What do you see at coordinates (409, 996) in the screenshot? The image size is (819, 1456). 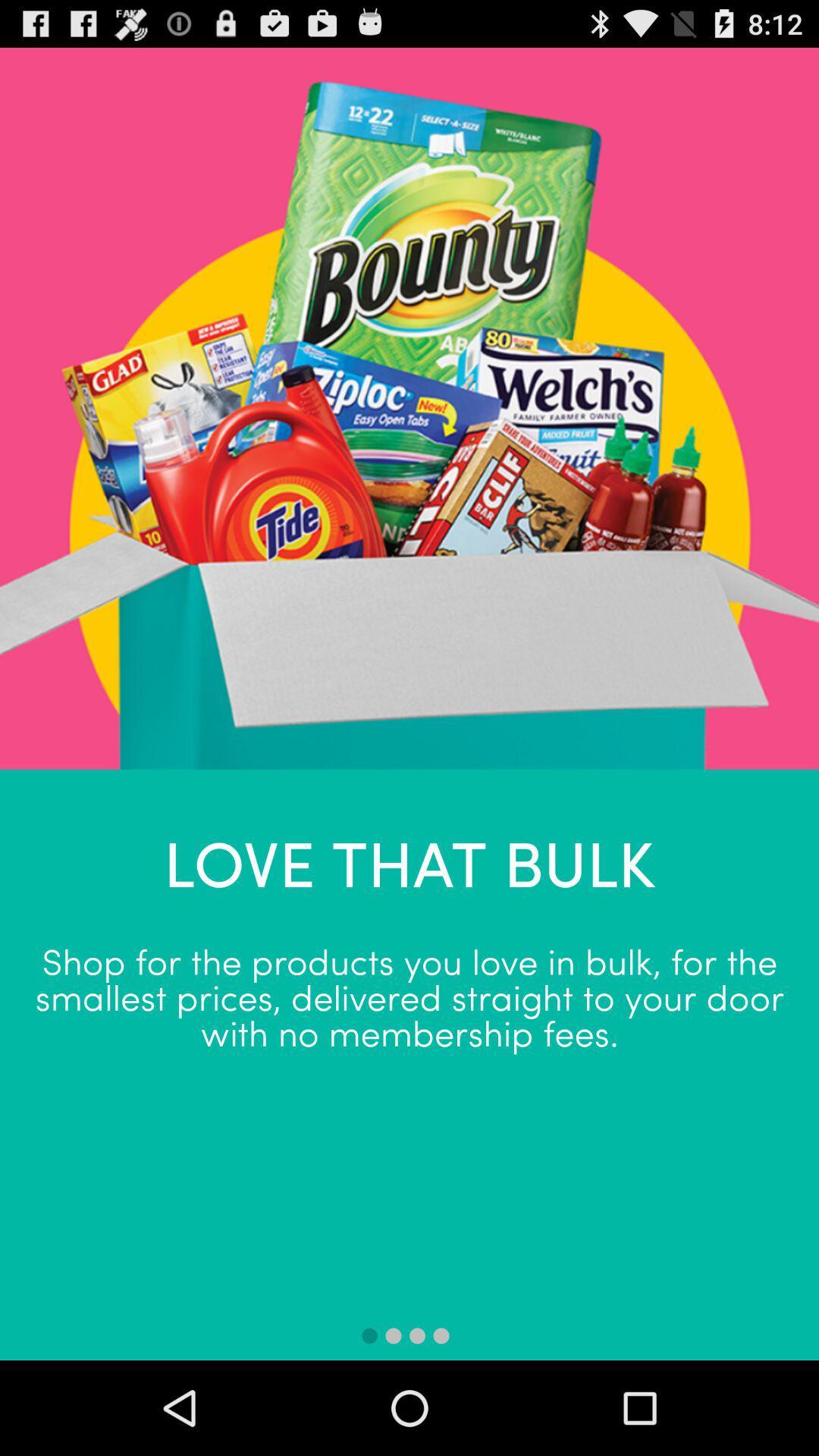 I see `the item below love that bulk` at bounding box center [409, 996].